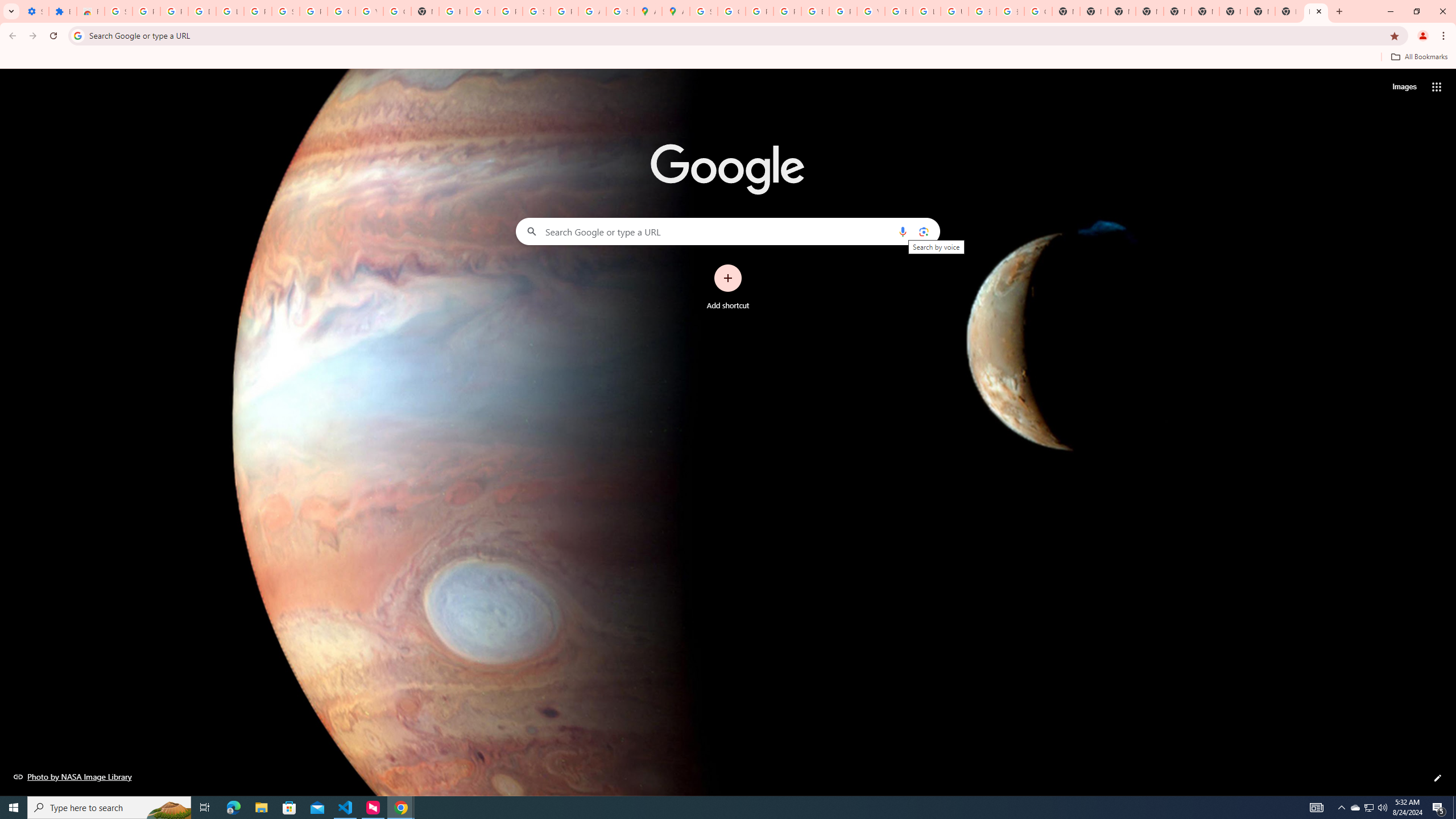 The height and width of the screenshot is (819, 1456). I want to click on 'YouTube', so click(870, 11).